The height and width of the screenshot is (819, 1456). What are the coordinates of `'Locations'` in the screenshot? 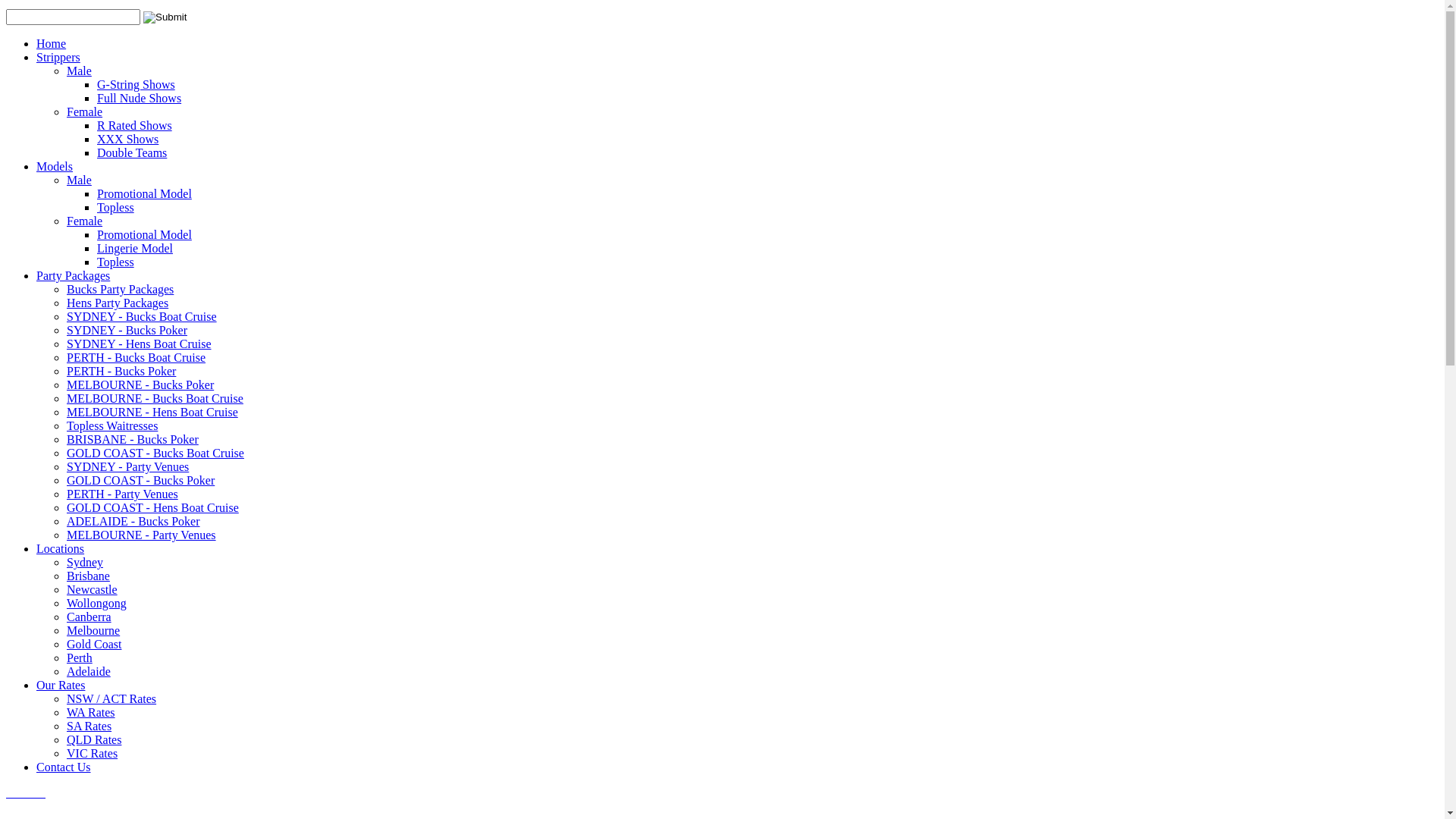 It's located at (36, 548).